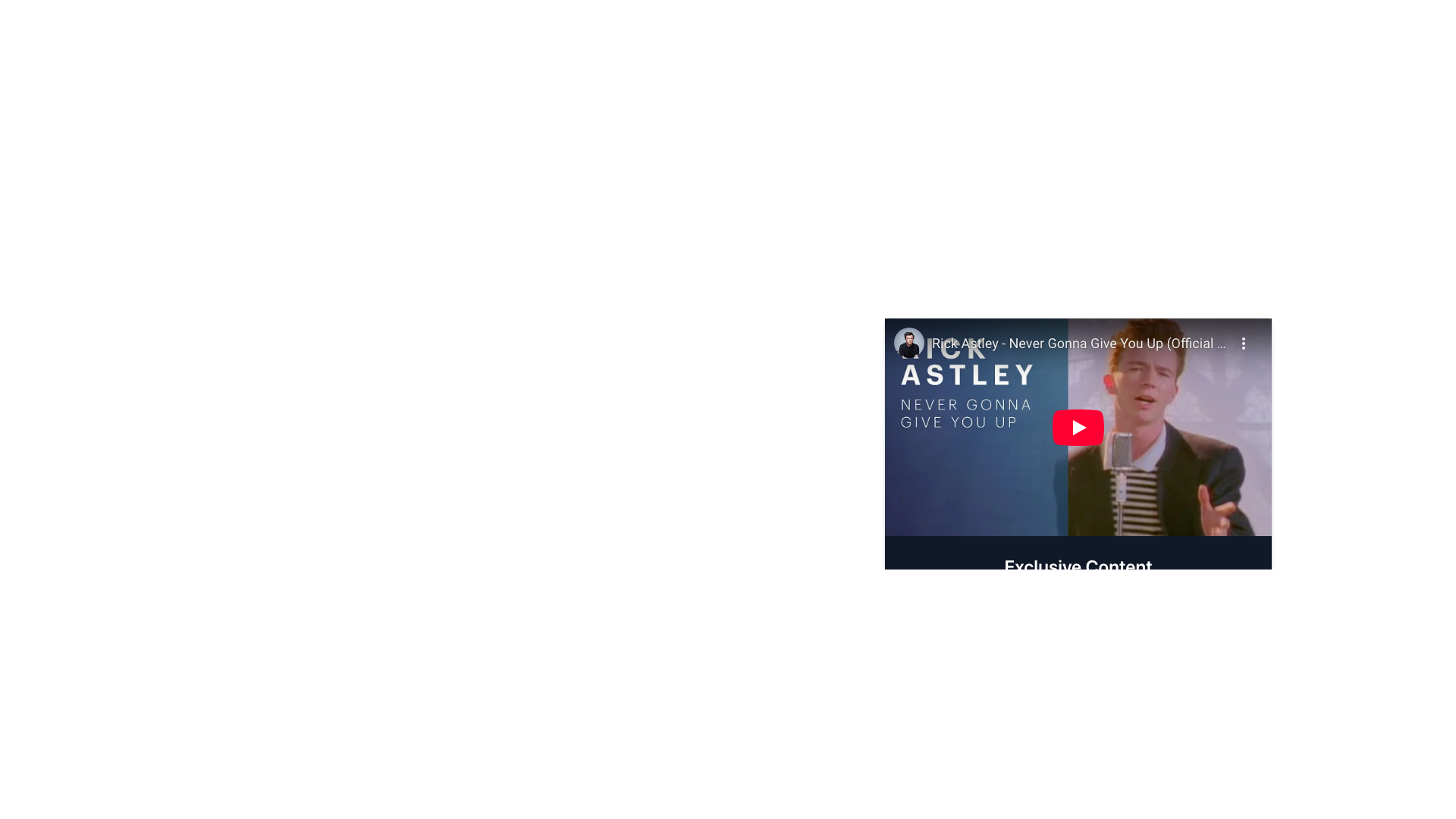 The image size is (1456, 819). Describe the element at coordinates (1077, 427) in the screenshot. I see `the play button of the YouTube video player component` at that location.